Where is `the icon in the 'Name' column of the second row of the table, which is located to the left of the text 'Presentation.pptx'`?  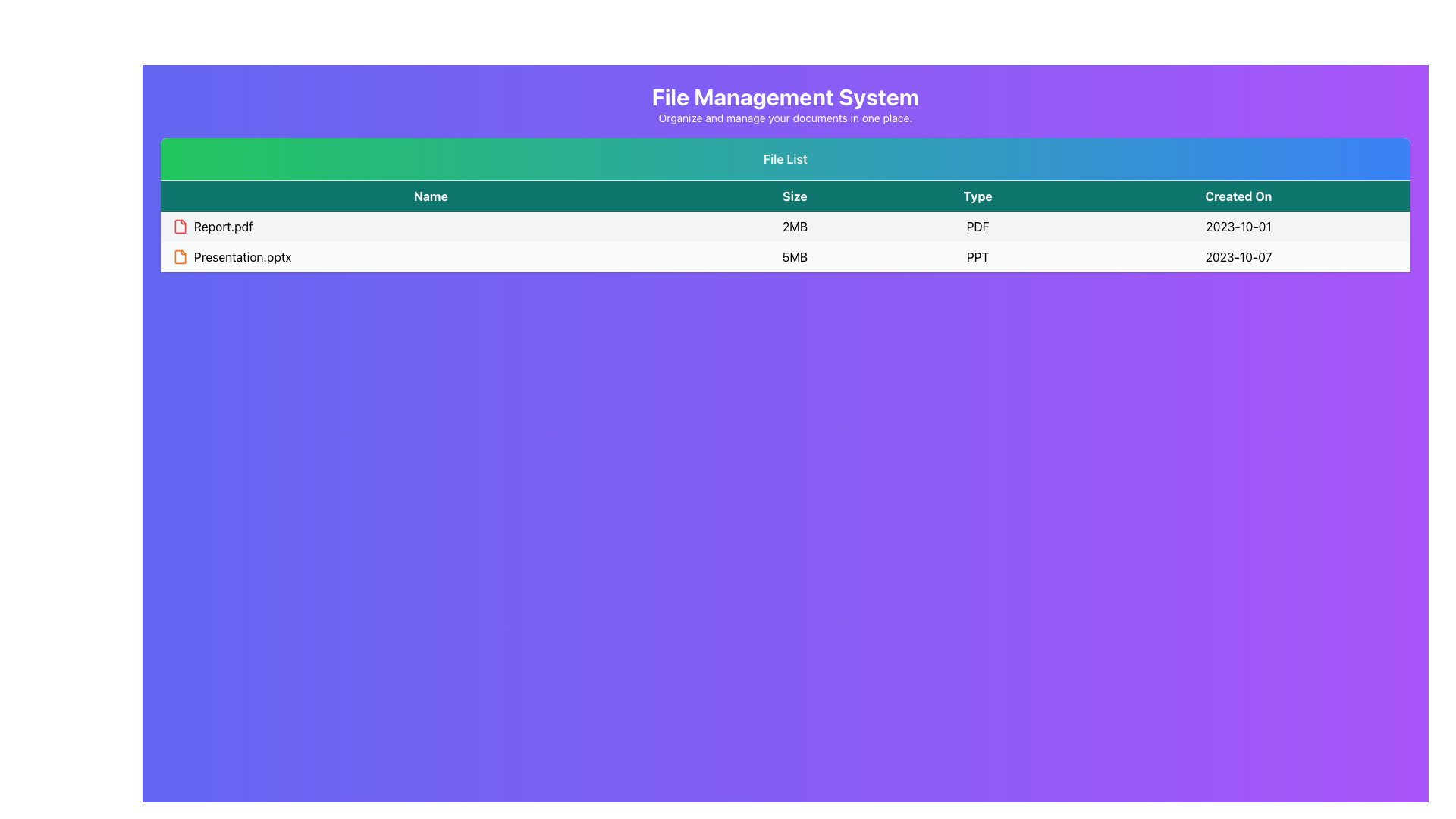
the icon in the 'Name' column of the second row of the table, which is located to the left of the text 'Presentation.pptx' is located at coordinates (180, 256).